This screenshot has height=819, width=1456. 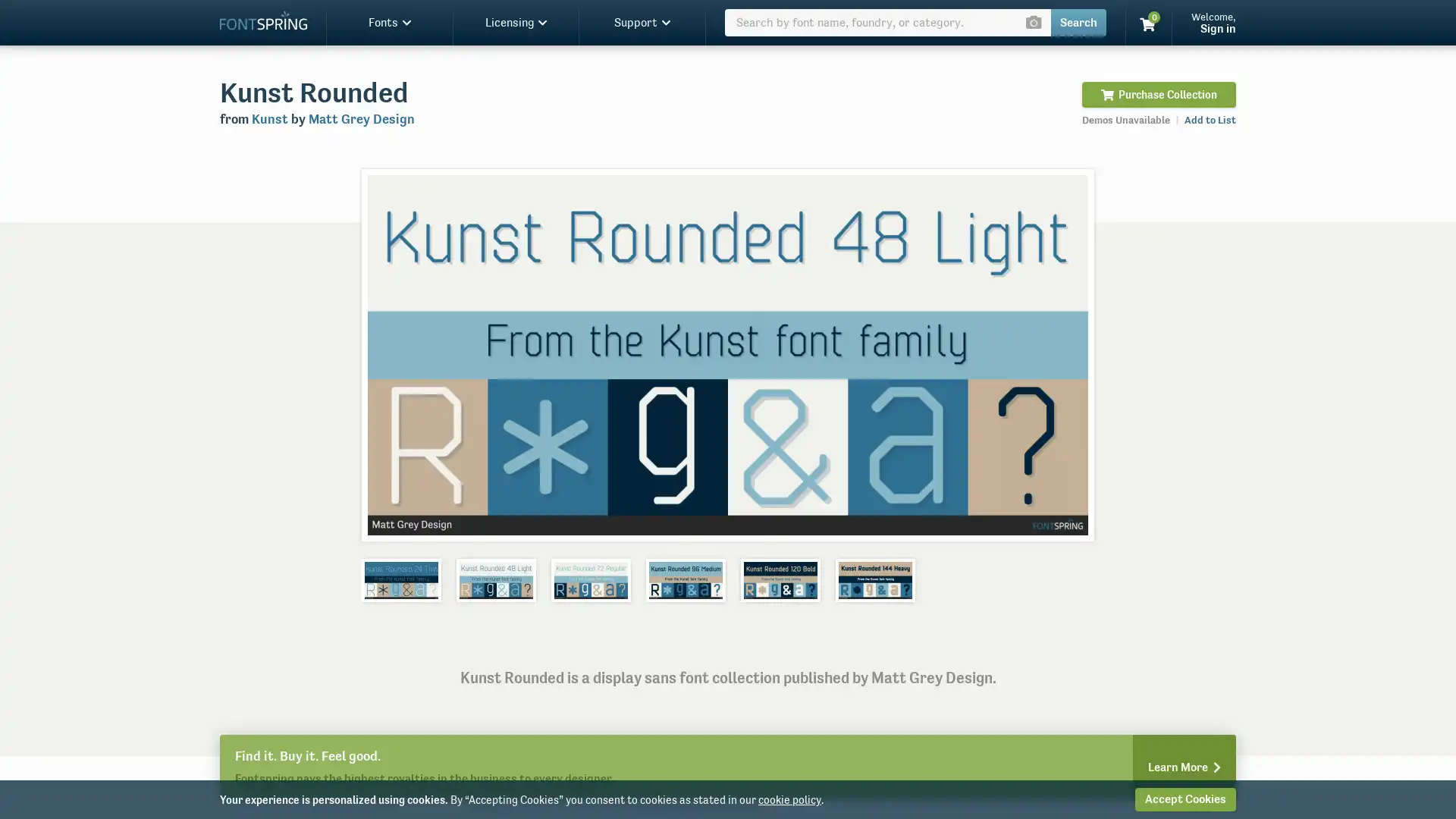 What do you see at coordinates (1185, 799) in the screenshot?
I see `Accept Cookies` at bounding box center [1185, 799].